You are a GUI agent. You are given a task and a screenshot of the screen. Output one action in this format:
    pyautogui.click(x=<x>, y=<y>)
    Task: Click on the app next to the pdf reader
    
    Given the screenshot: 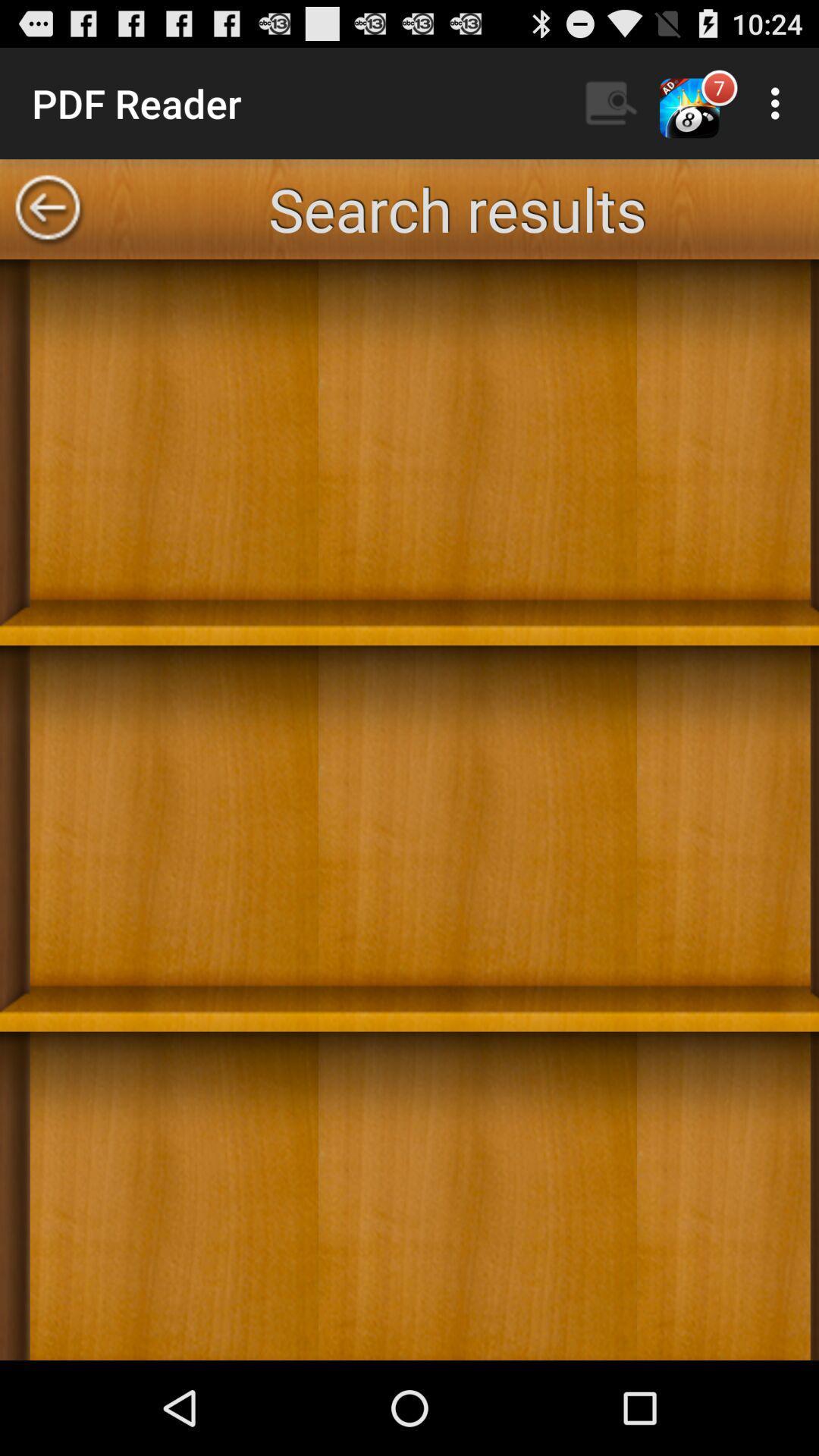 What is the action you would take?
    pyautogui.click(x=610, y=102)
    